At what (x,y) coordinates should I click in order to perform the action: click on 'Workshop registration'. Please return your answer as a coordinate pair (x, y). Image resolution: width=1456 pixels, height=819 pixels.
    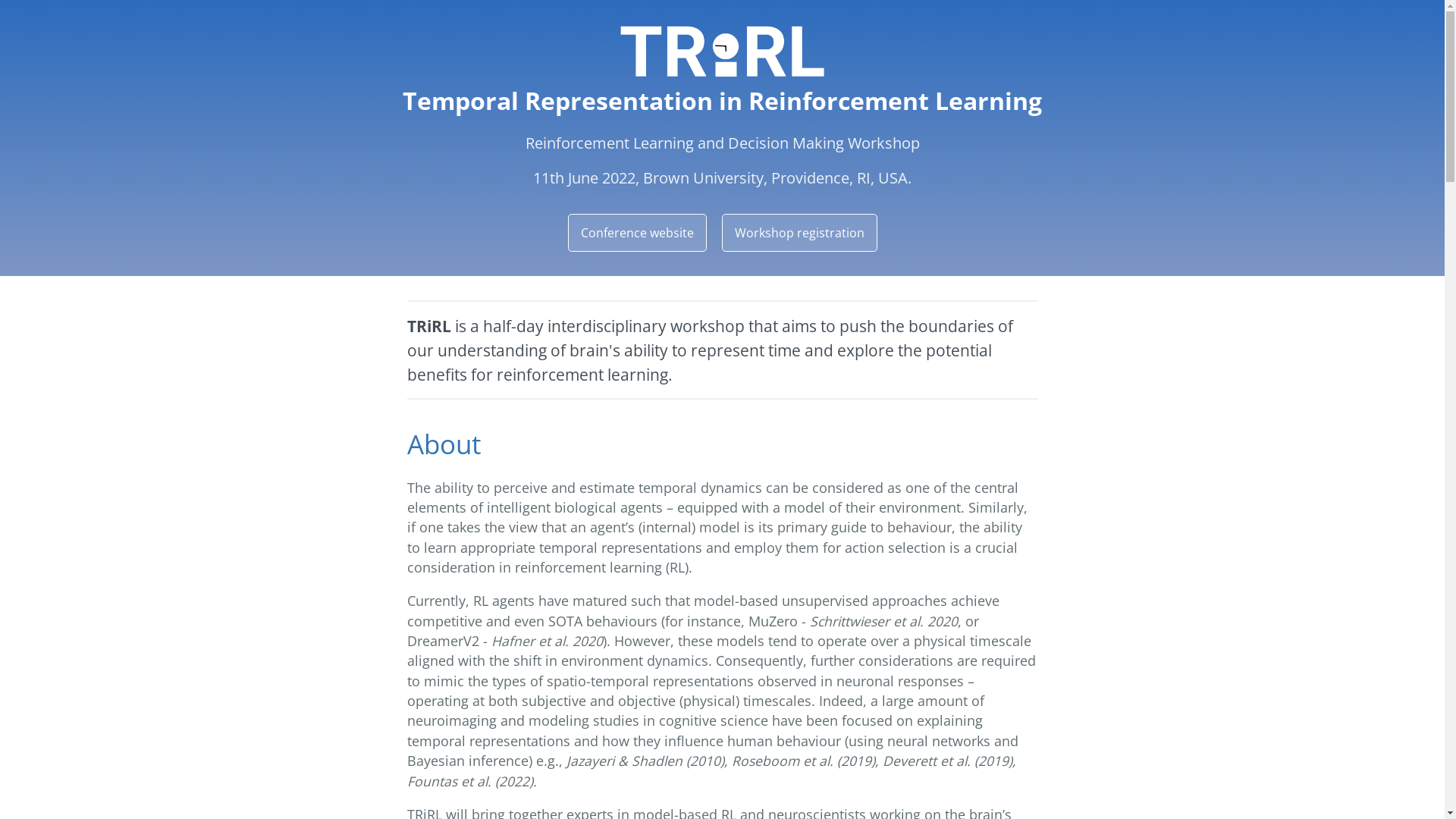
    Looking at the image, I should click on (799, 233).